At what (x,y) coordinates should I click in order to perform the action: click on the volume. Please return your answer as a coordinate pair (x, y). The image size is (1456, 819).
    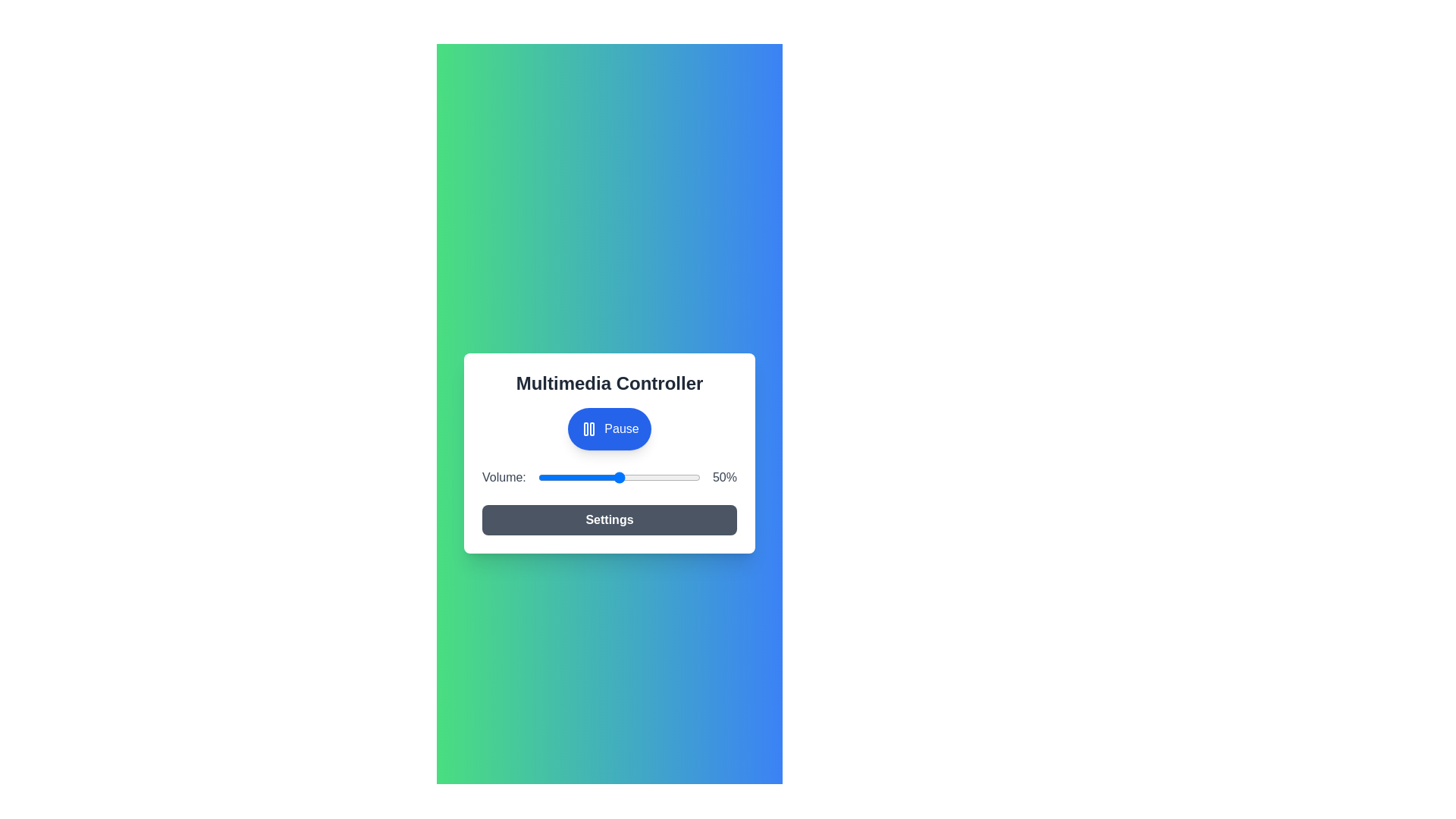
    Looking at the image, I should click on (552, 476).